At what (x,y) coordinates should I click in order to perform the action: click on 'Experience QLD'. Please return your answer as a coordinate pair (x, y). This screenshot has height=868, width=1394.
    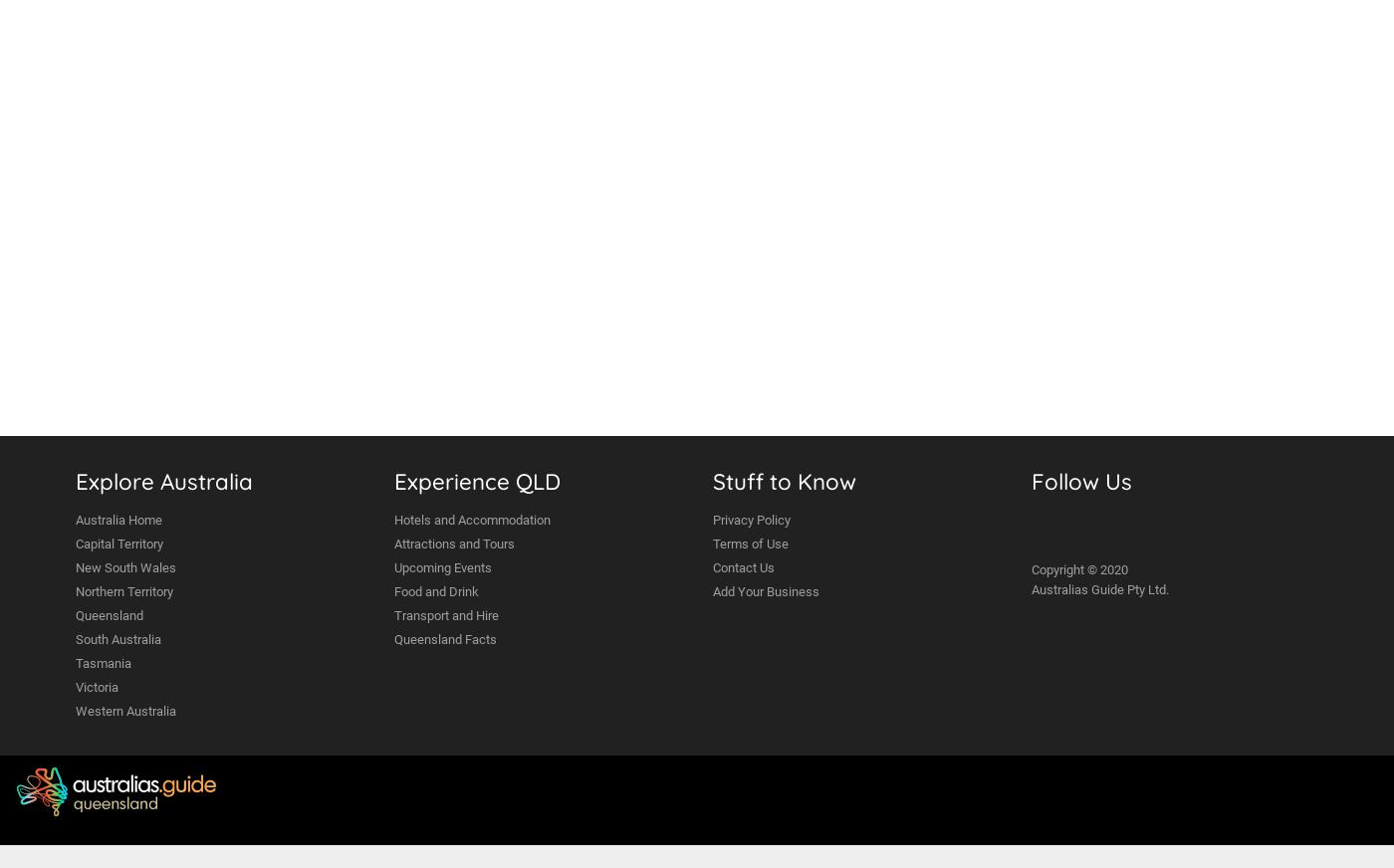
    Looking at the image, I should click on (477, 480).